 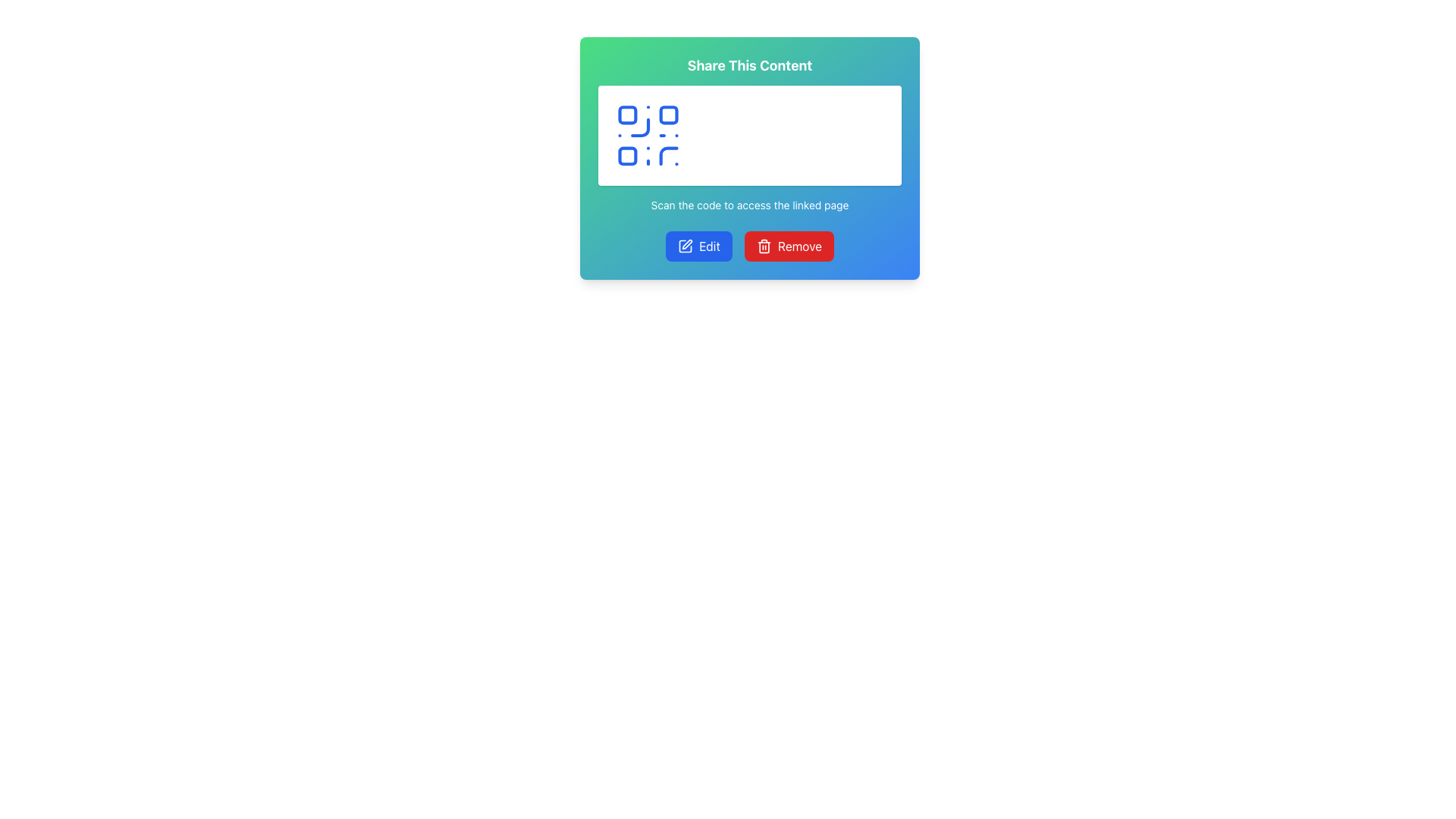 What do you see at coordinates (698, 245) in the screenshot?
I see `the edit button located on the left side of a pair of buttons, which allows the user to initiate an edit action, to change its background color` at bounding box center [698, 245].